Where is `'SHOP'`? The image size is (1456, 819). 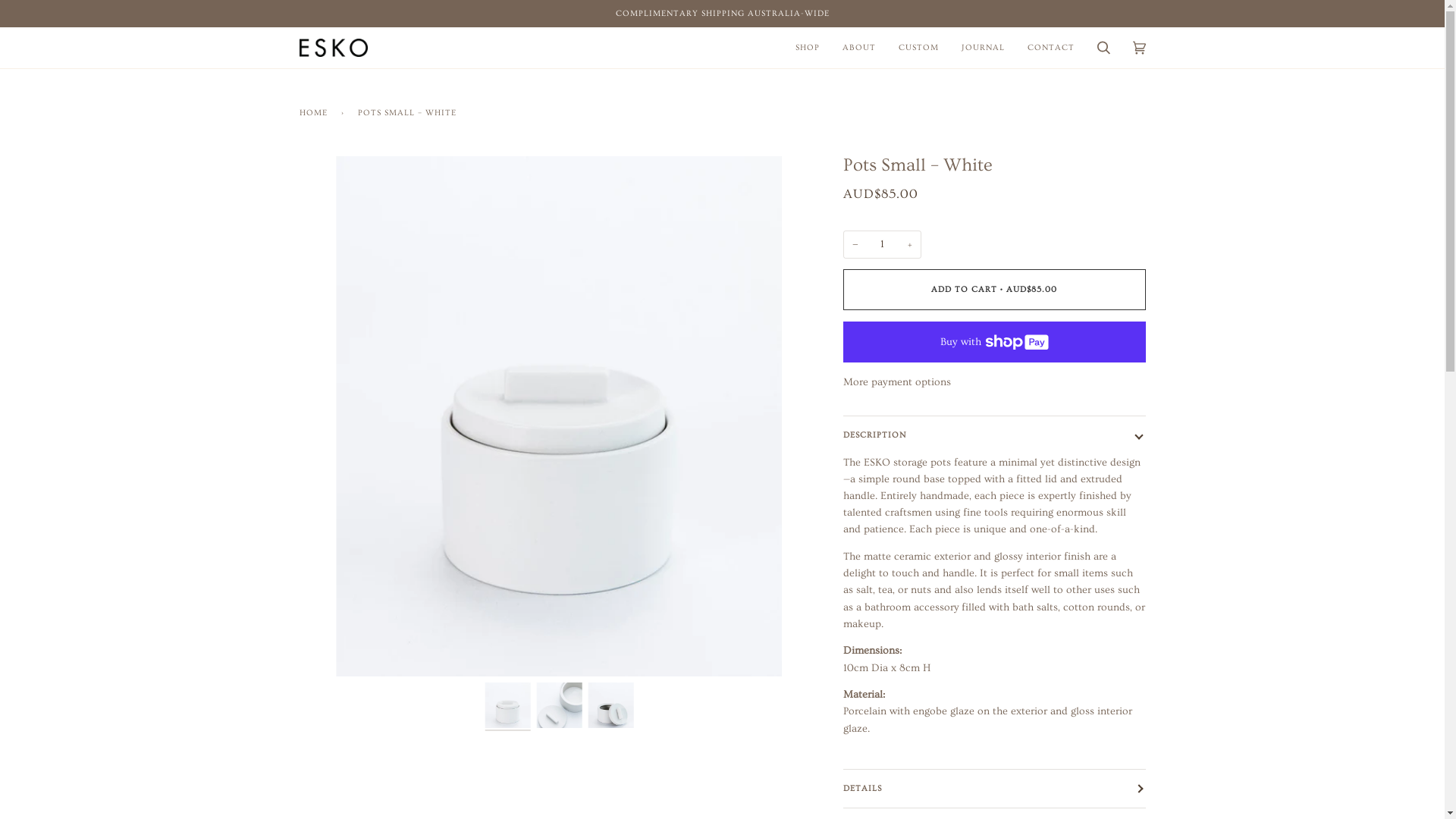 'SHOP' is located at coordinates (783, 46).